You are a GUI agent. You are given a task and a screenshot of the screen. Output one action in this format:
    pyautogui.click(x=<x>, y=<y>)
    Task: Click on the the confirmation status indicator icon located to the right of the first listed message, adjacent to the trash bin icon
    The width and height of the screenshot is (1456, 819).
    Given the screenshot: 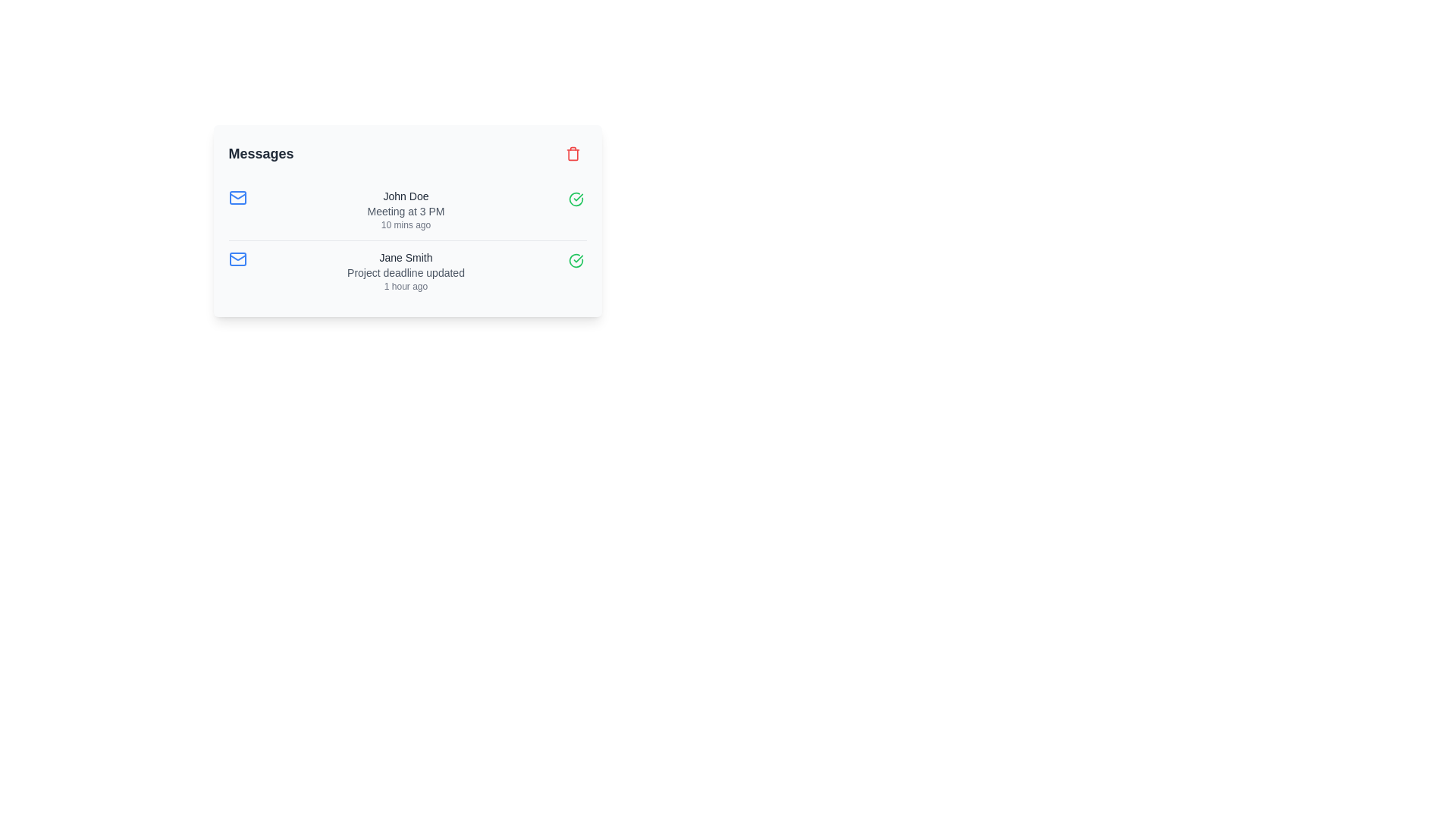 What is the action you would take?
    pyautogui.click(x=575, y=198)
    